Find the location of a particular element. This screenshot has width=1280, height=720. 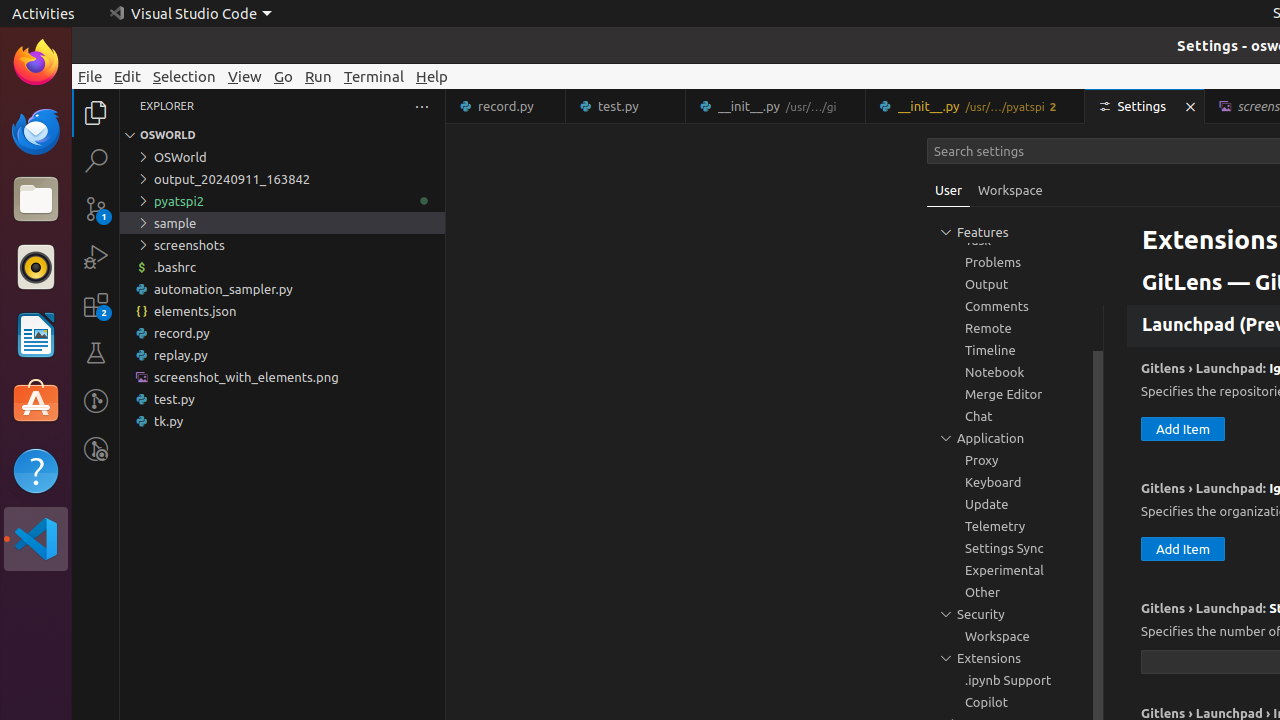

'Security, group' is located at coordinates (1015, 613).